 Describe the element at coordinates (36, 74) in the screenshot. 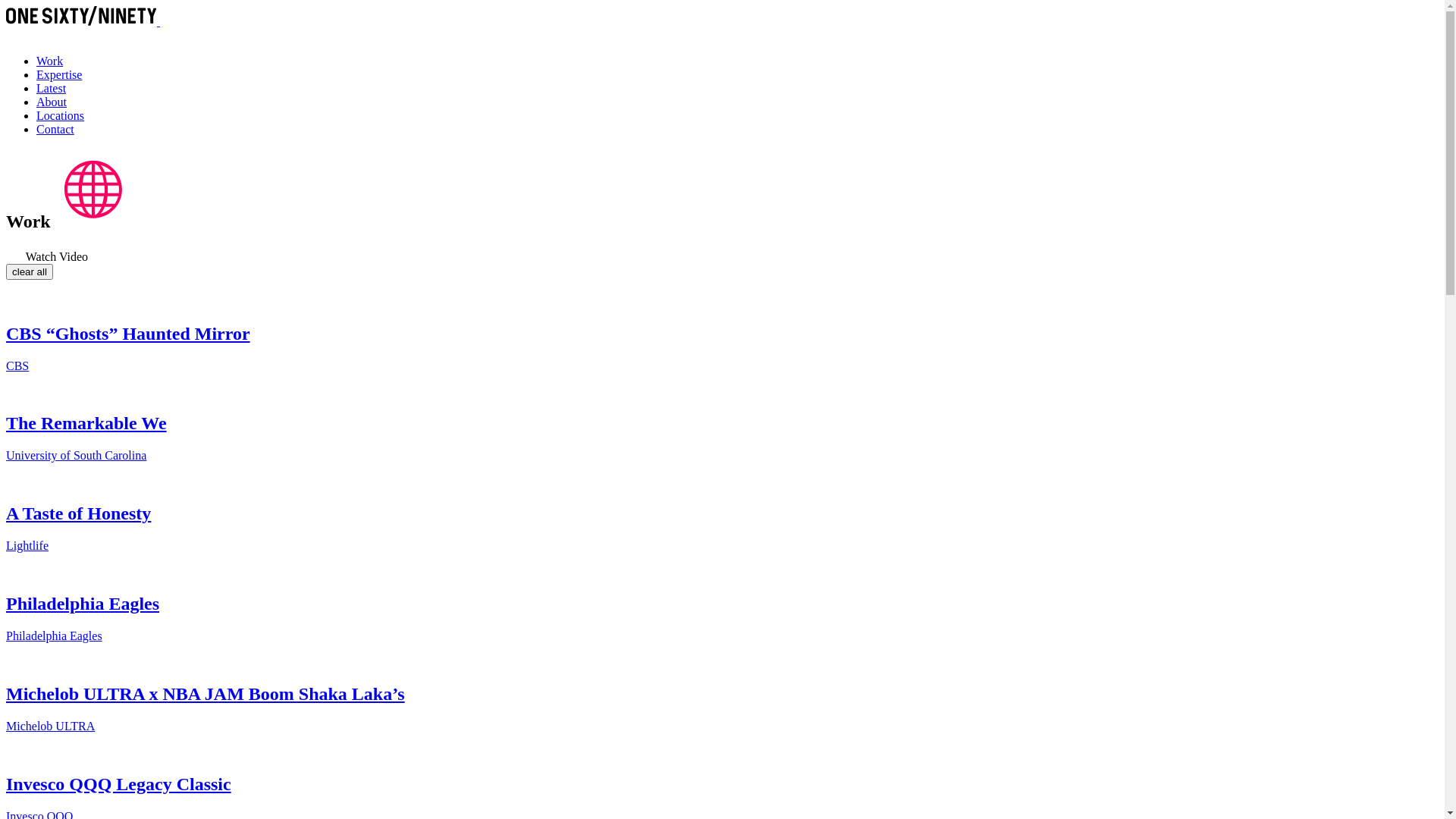

I see `'Expertise'` at that location.